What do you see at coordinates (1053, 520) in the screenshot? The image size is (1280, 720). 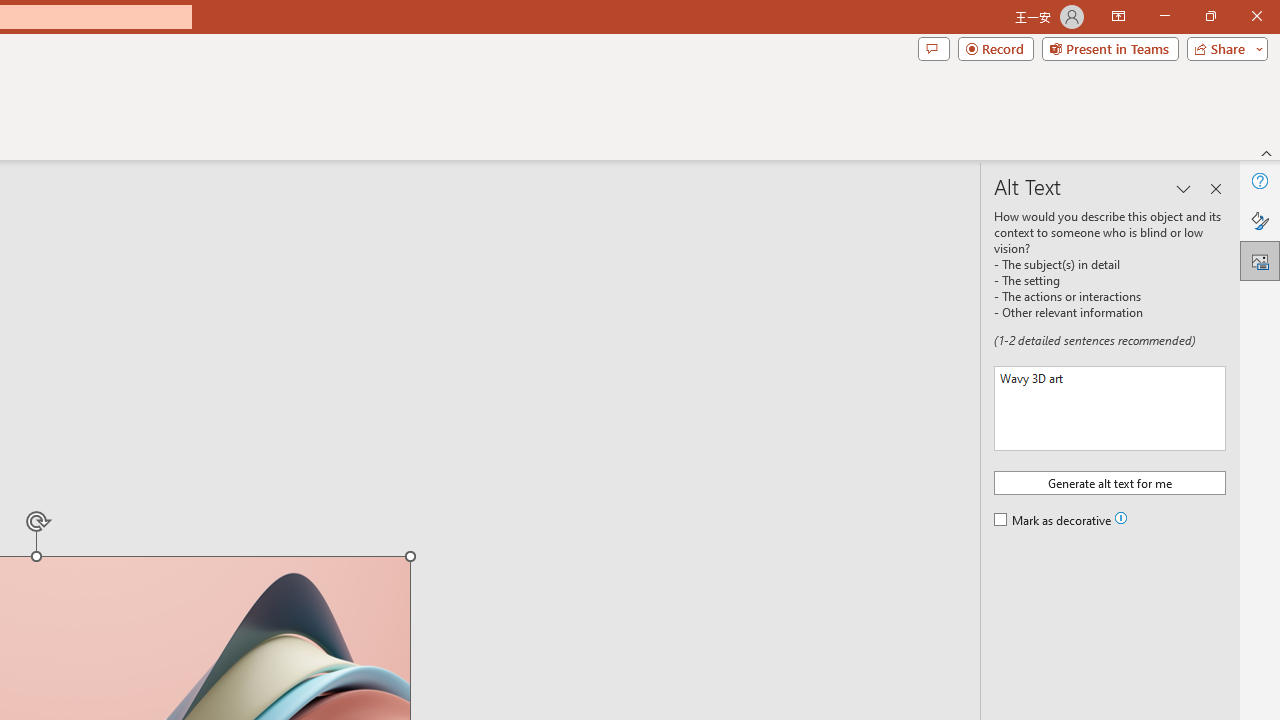 I see `'Mark as decorative'` at bounding box center [1053, 520].